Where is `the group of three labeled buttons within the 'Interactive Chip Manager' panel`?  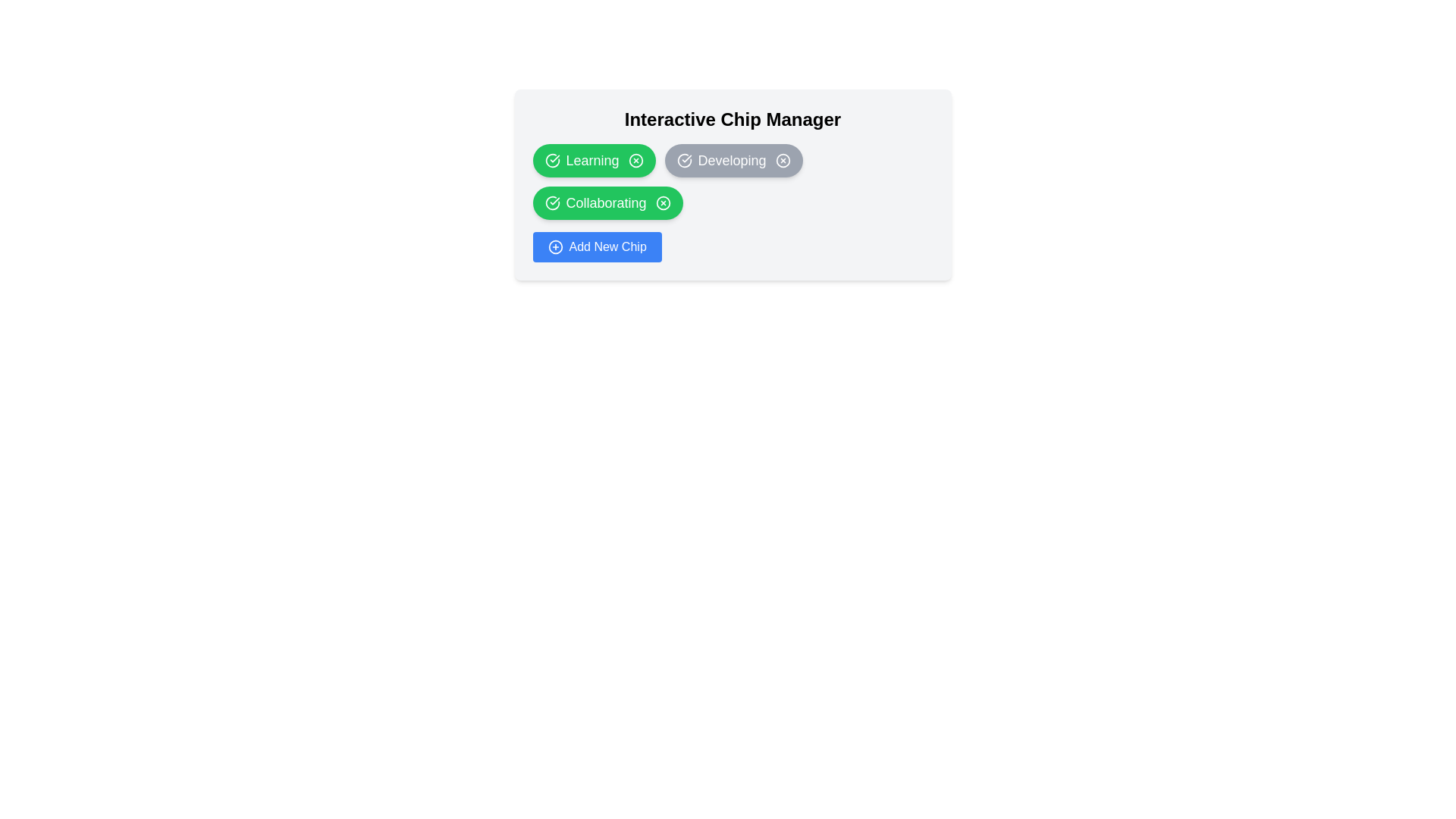 the group of three labeled buttons within the 'Interactive Chip Manager' panel is located at coordinates (733, 180).